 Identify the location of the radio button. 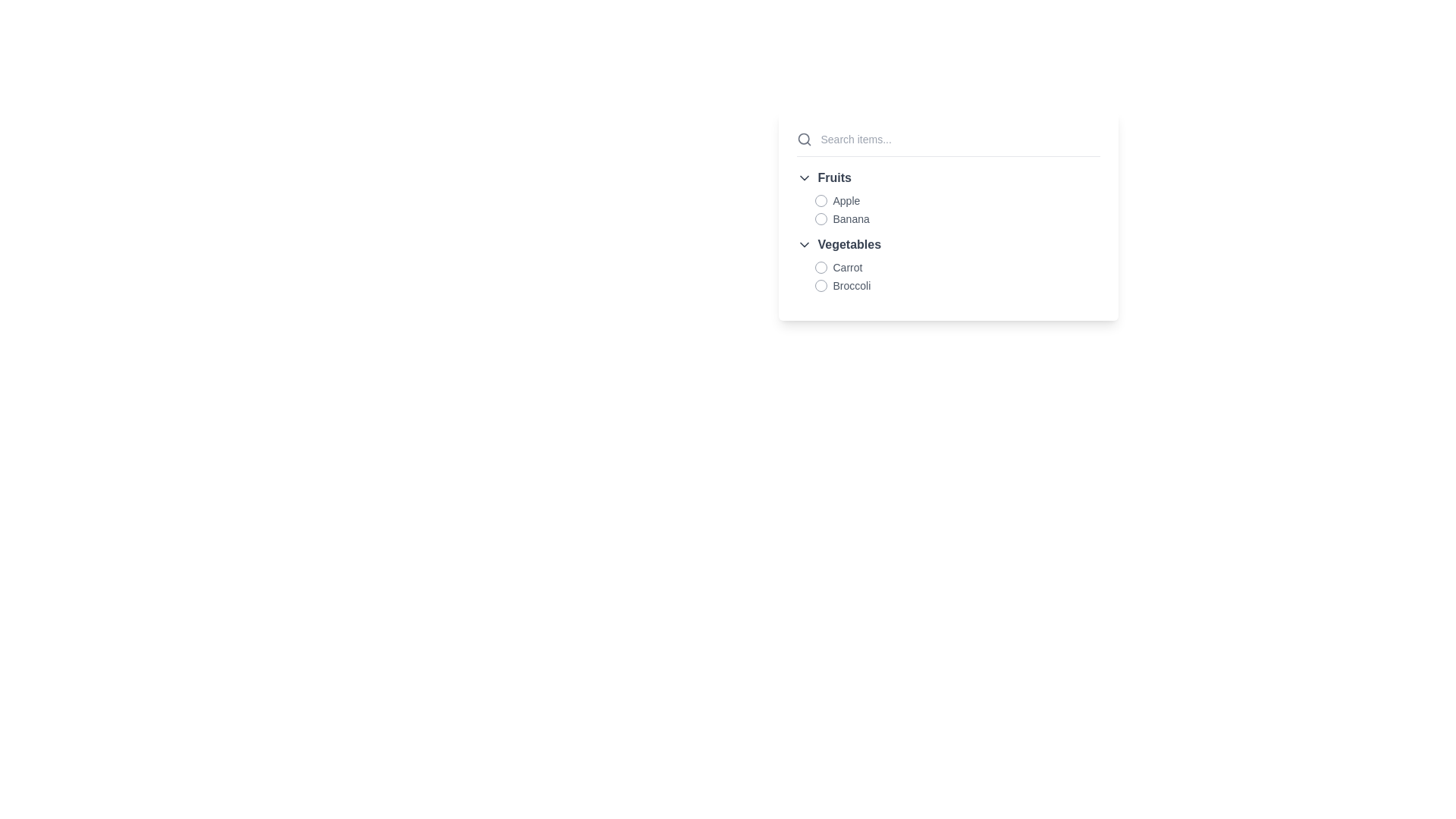
(947, 197).